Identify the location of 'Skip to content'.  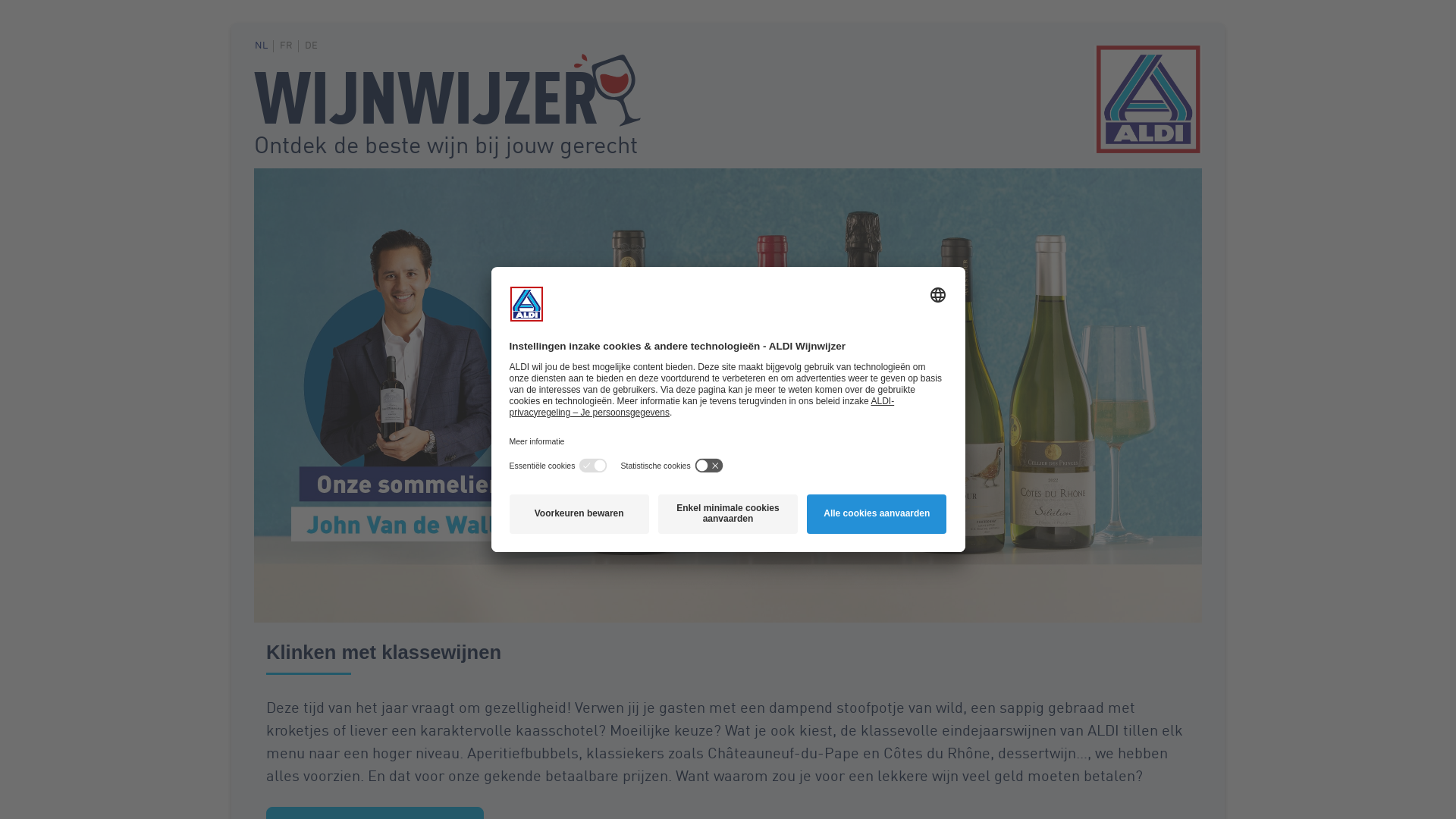
(253, 44).